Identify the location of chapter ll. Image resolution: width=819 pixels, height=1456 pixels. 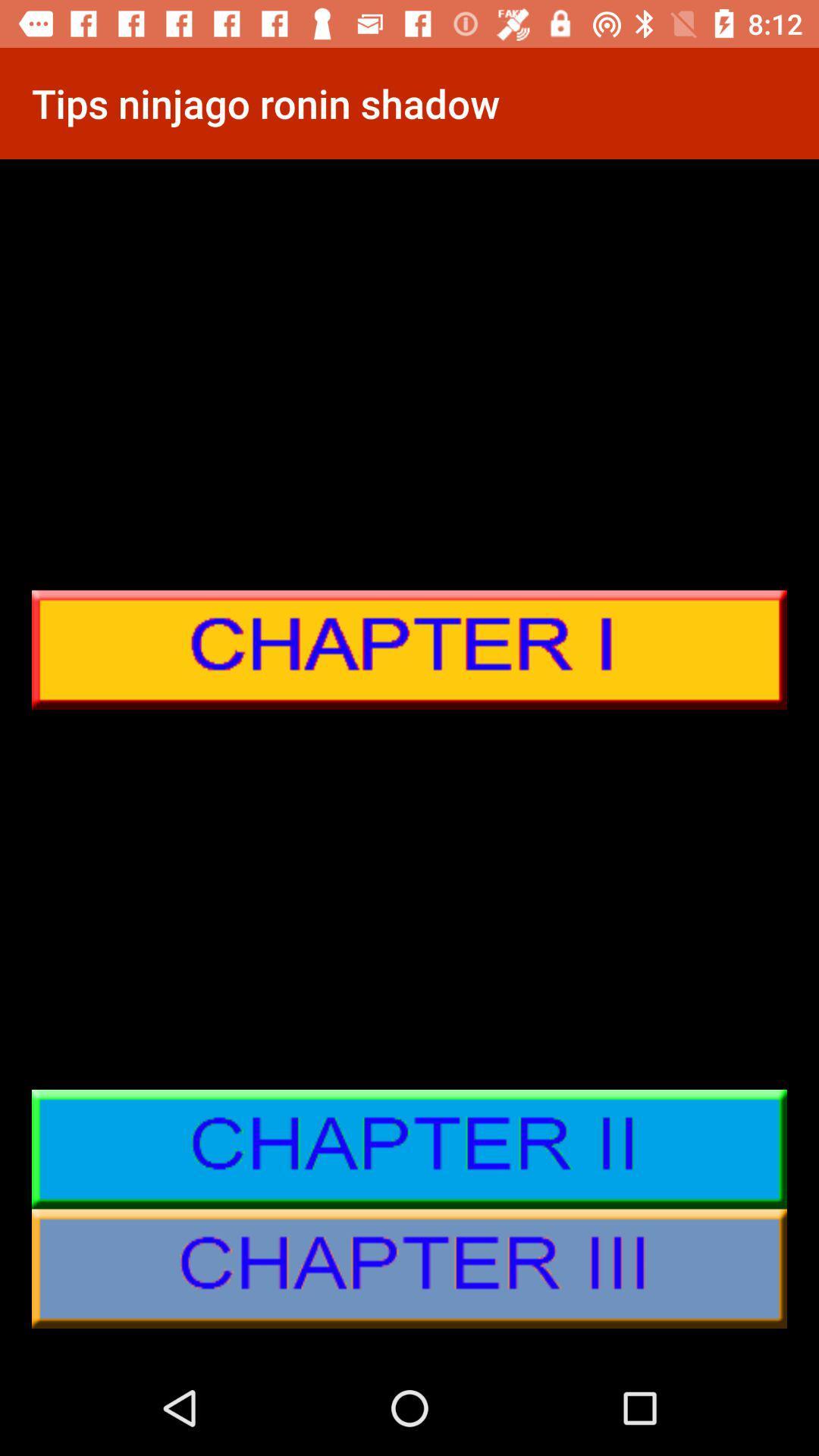
(409, 1149).